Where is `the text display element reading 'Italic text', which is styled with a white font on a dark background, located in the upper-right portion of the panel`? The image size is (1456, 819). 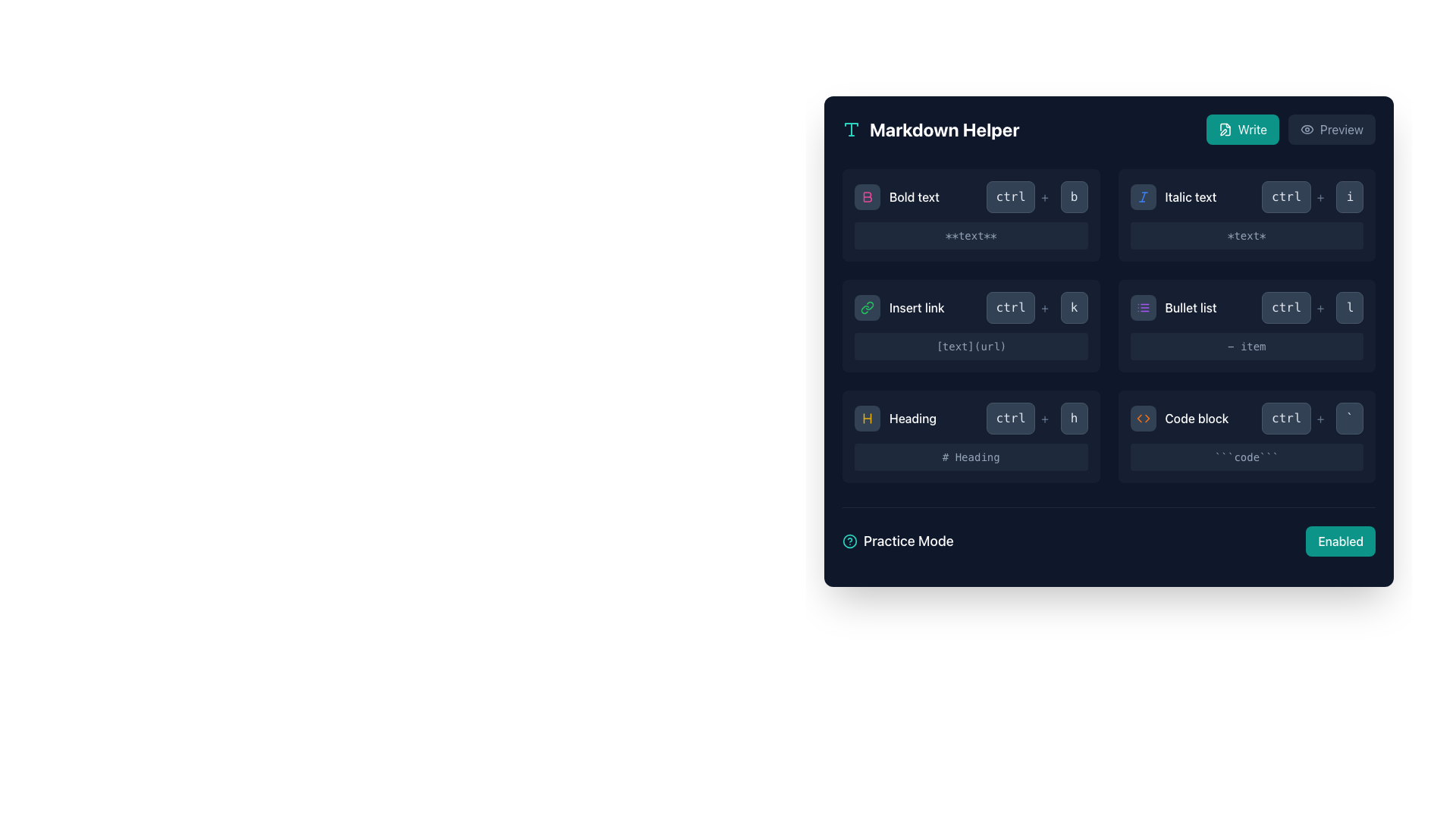
the text display element reading 'Italic text', which is styled with a white font on a dark background, located in the upper-right portion of the panel is located at coordinates (1190, 196).